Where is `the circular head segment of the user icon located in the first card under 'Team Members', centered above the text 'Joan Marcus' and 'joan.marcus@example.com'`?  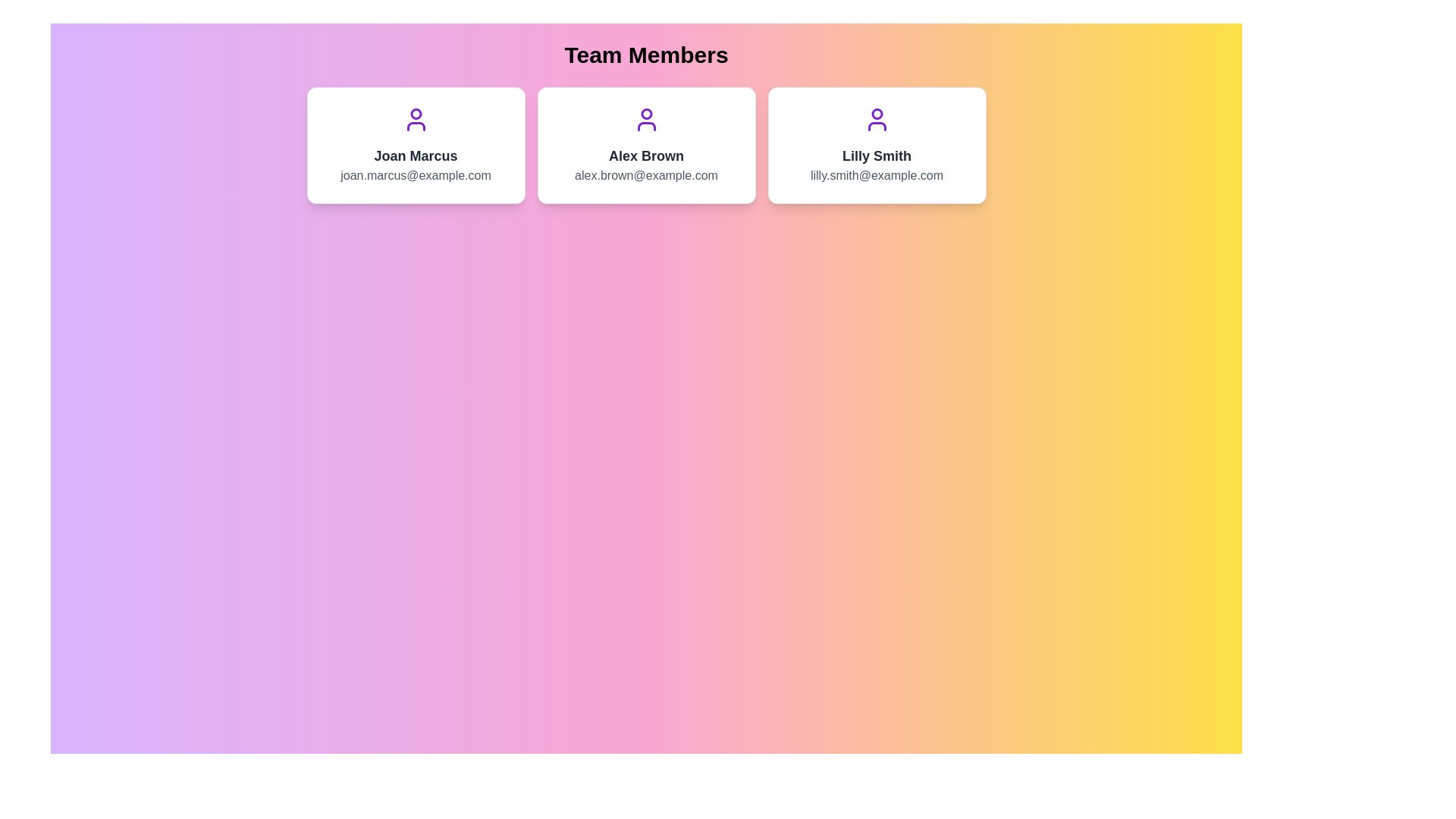 the circular head segment of the user icon located in the first card under 'Team Members', centered above the text 'Joan Marcus' and 'joan.marcus@example.com' is located at coordinates (416, 113).